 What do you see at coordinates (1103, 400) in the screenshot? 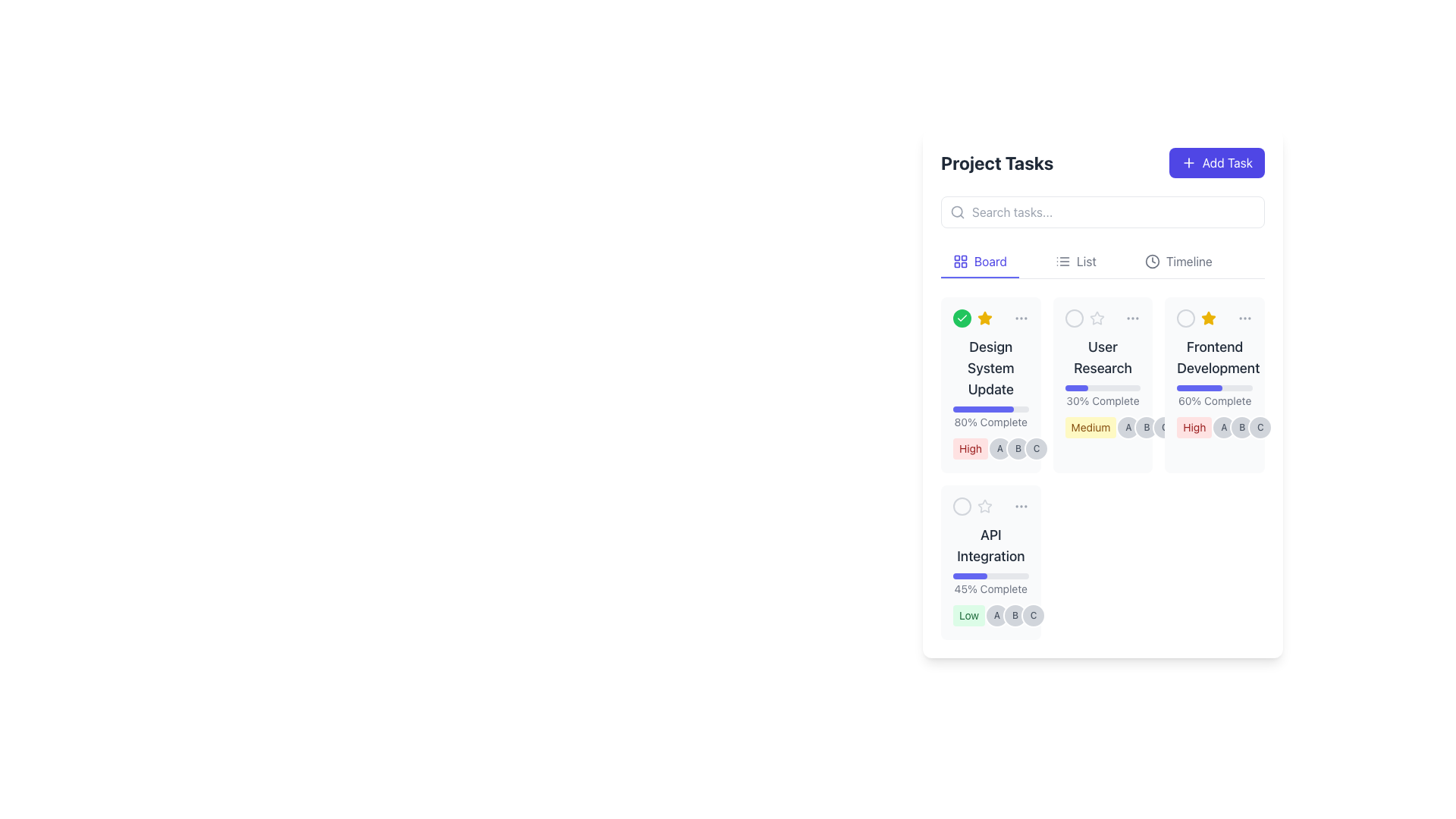
I see `the text label displaying '30% Complete' located beneath the blue progress bar in the 'User Research' task card` at bounding box center [1103, 400].